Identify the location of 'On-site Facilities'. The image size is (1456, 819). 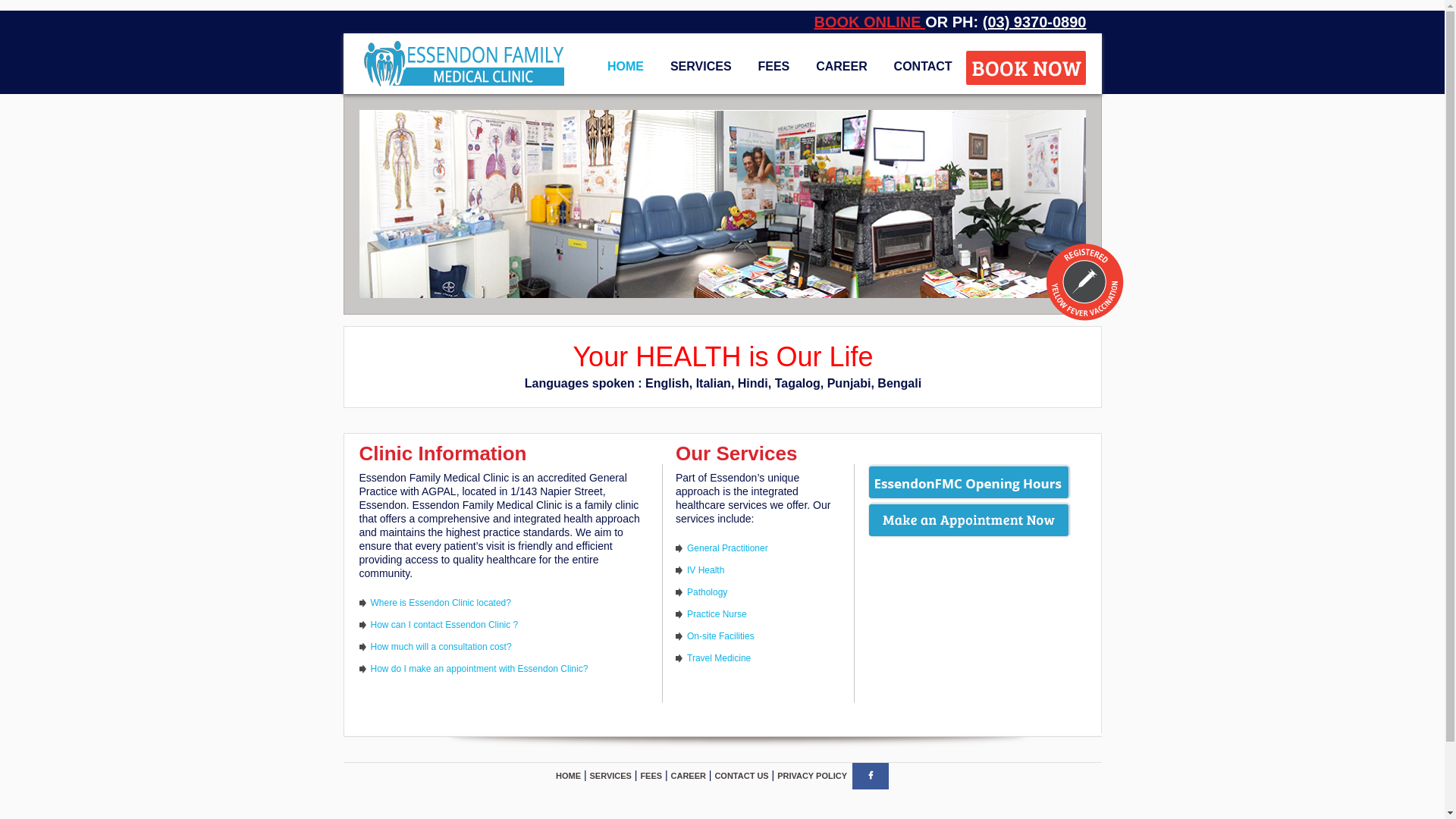
(720, 636).